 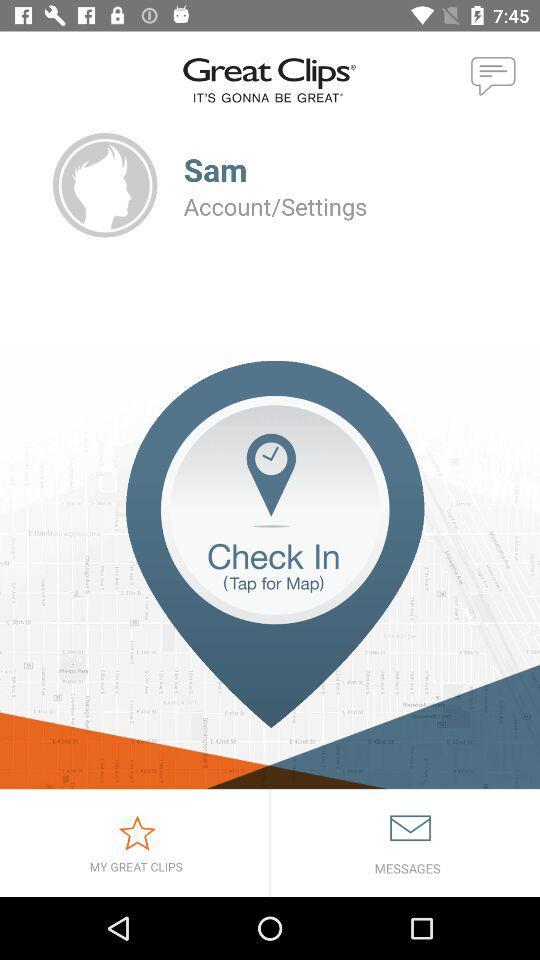 What do you see at coordinates (405, 842) in the screenshot?
I see `the icon at the bottom right corner` at bounding box center [405, 842].